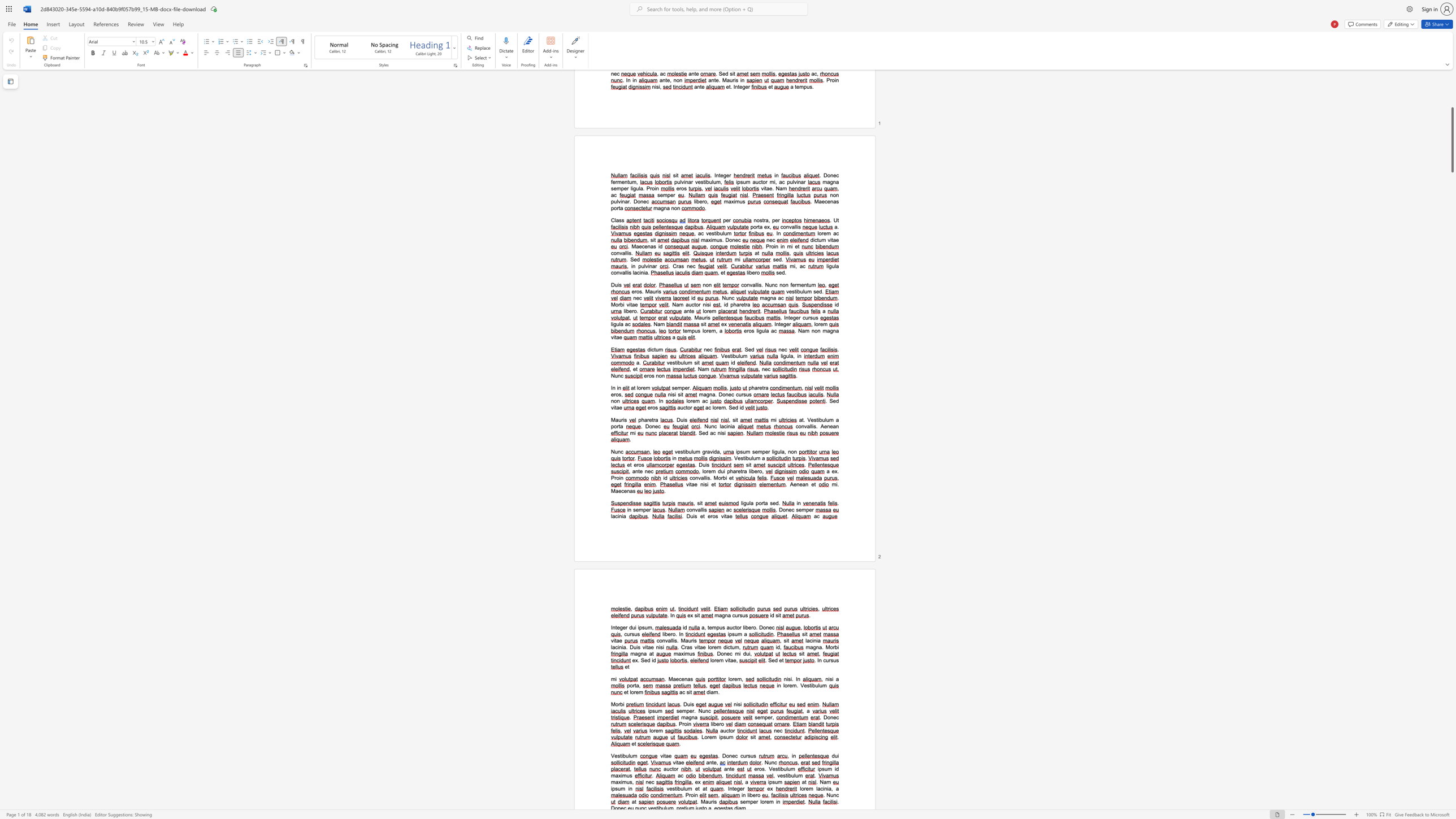  Describe the element at coordinates (747, 755) in the screenshot. I see `the 1th character "r" in the text` at that location.